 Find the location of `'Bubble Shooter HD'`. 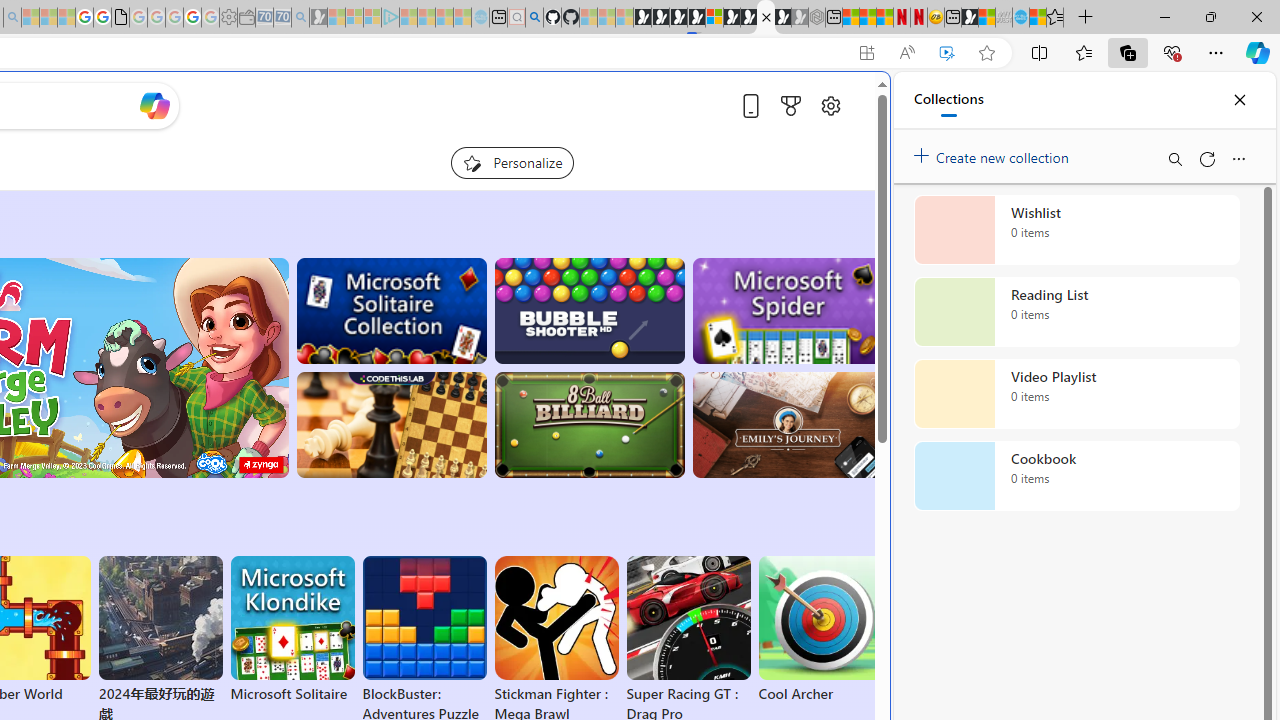

'Bubble Shooter HD' is located at coordinates (588, 311).